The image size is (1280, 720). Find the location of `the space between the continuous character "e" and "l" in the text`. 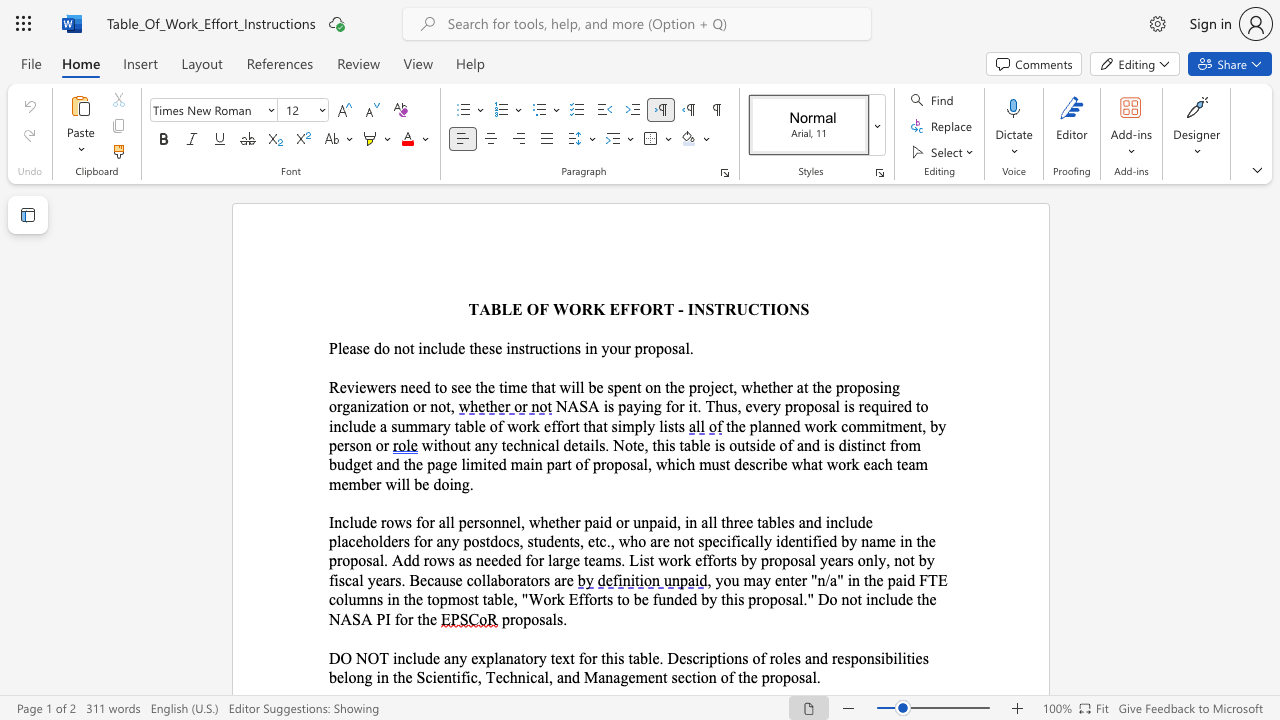

the space between the continuous character "e" and "l" in the text is located at coordinates (343, 676).